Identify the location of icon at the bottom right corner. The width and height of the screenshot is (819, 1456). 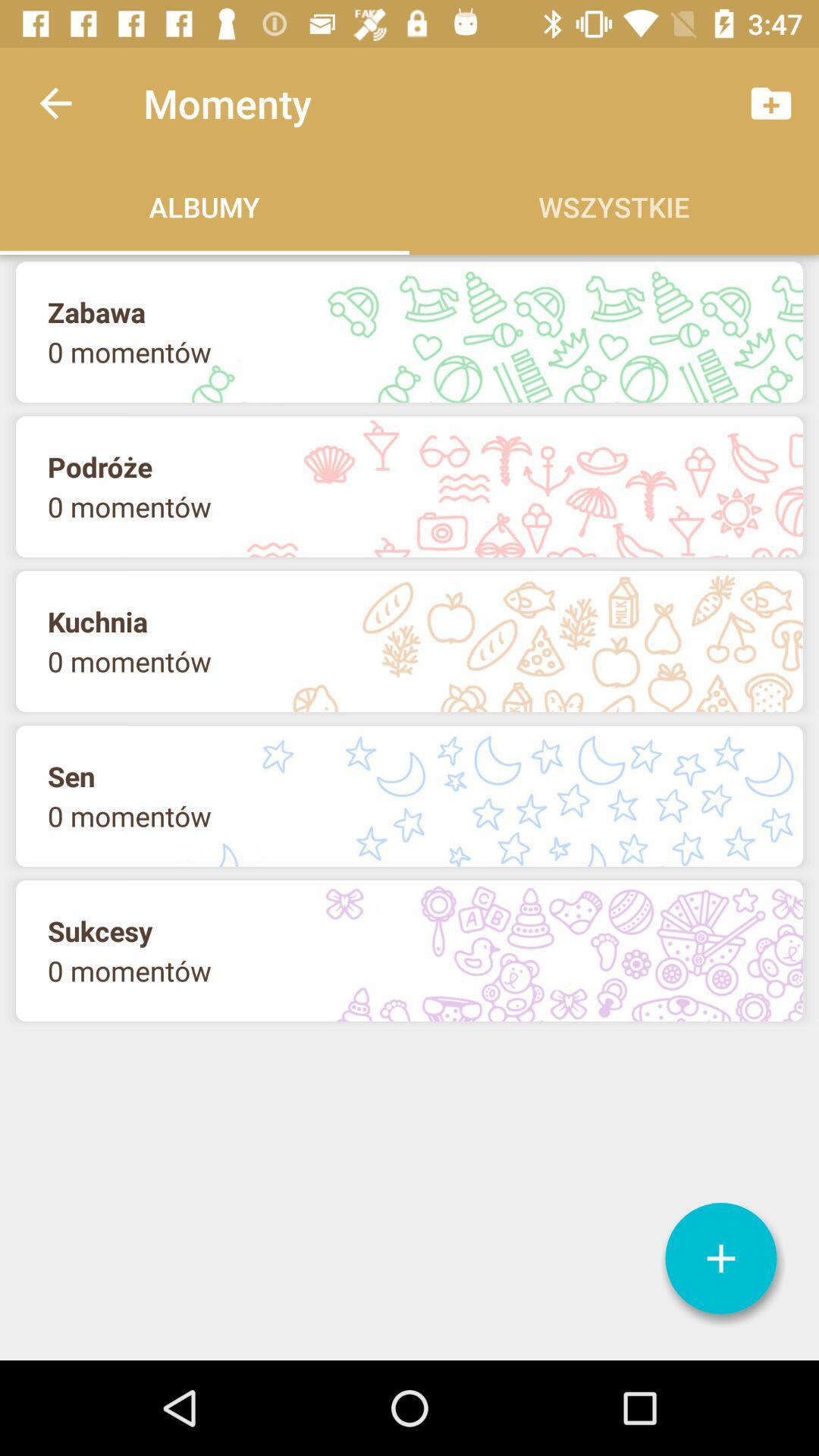
(720, 1258).